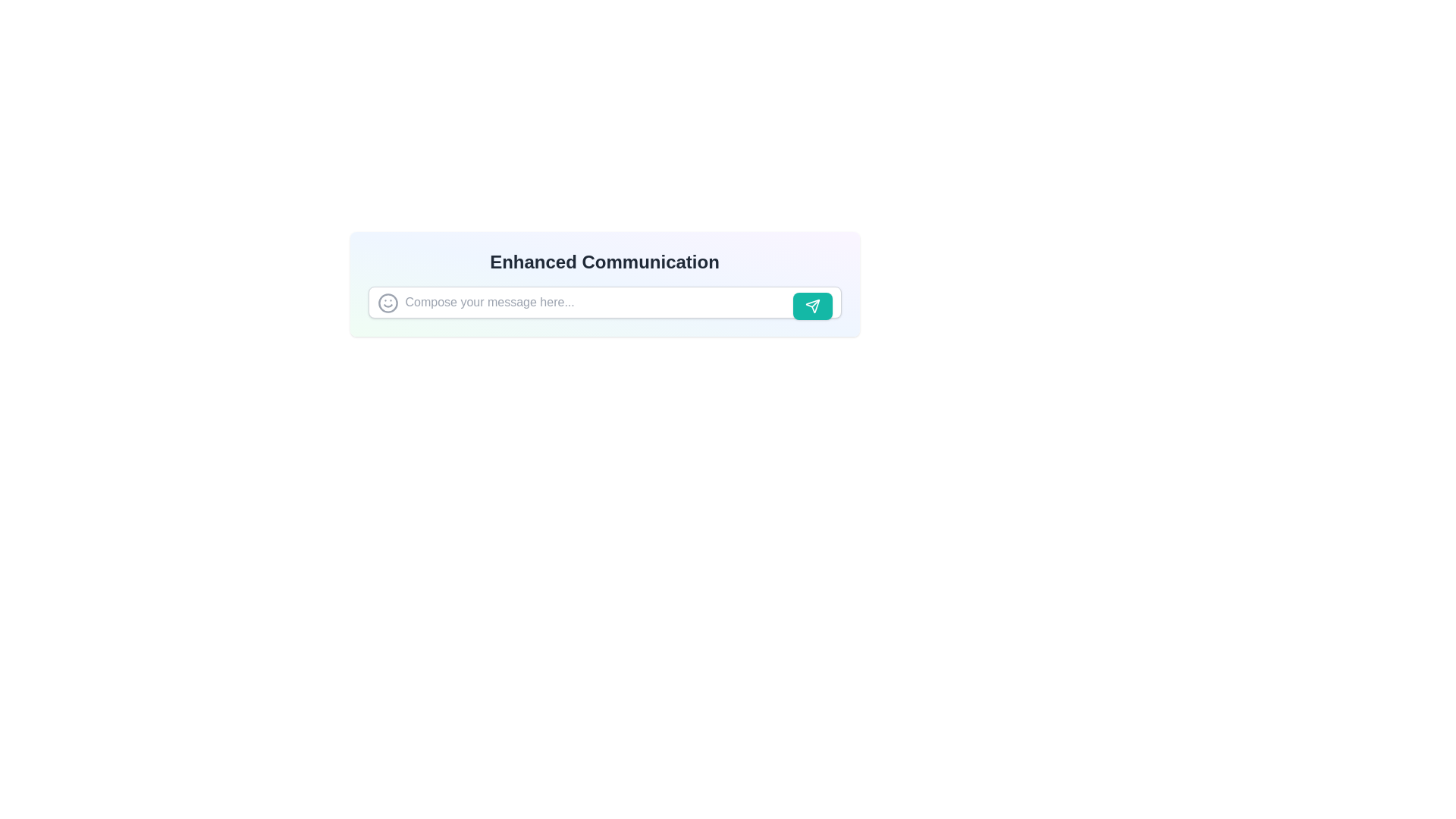 This screenshot has height=819, width=1456. What do you see at coordinates (811, 306) in the screenshot?
I see `the send button SVG icon within the teal button` at bounding box center [811, 306].